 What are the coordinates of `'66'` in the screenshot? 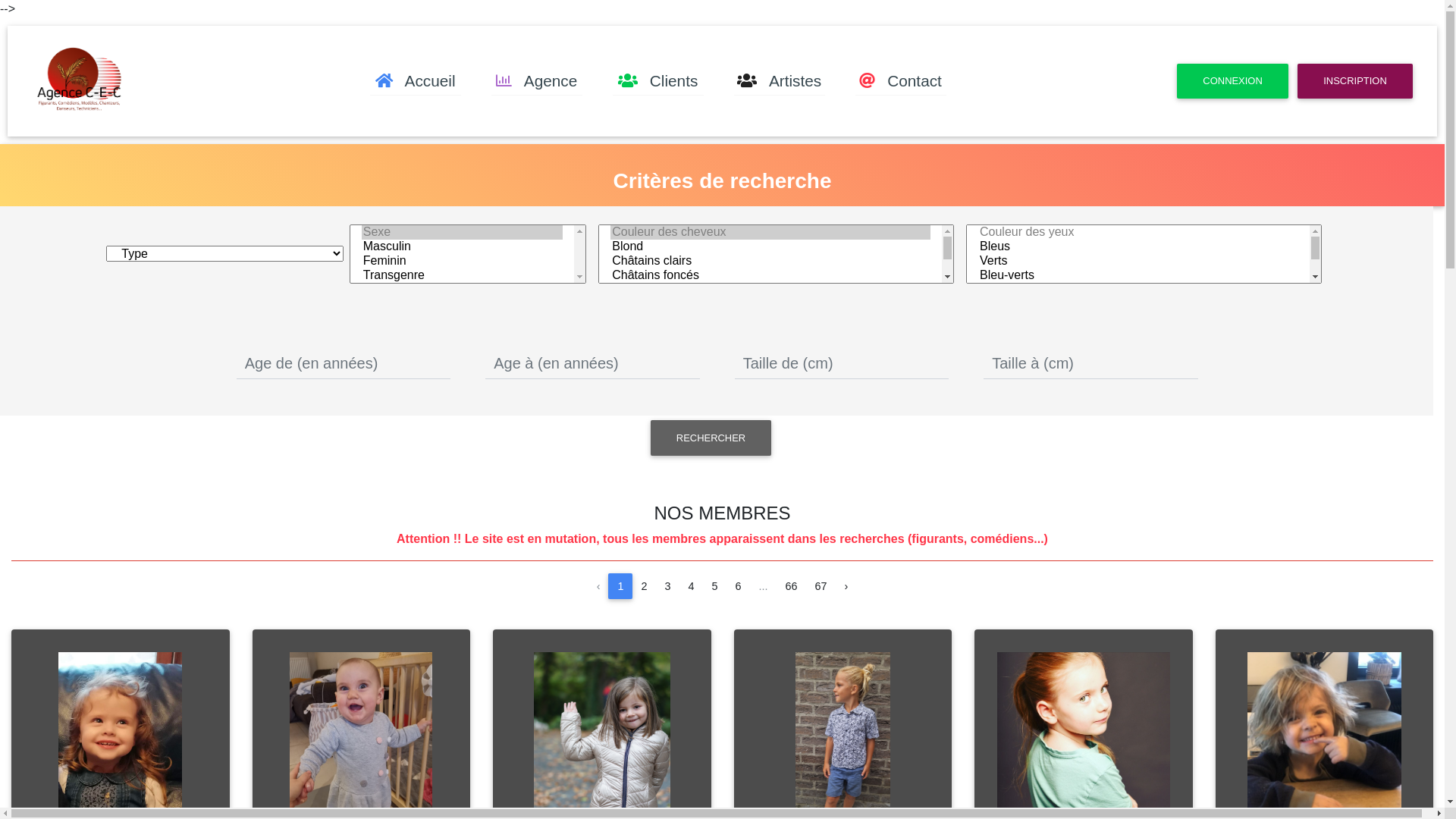 It's located at (790, 585).